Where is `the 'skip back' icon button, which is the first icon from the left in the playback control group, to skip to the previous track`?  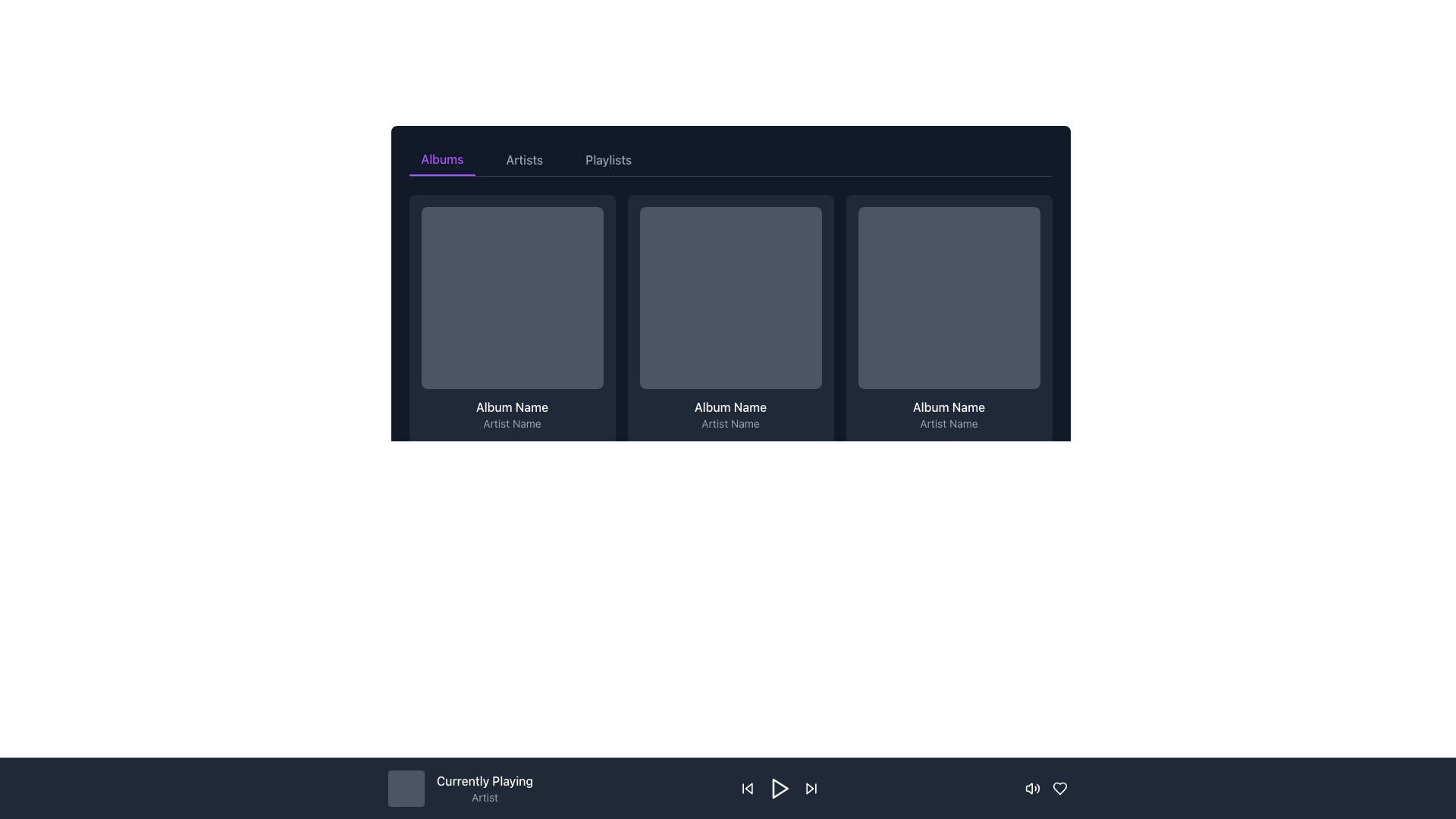 the 'skip back' icon button, which is the first icon from the left in the playback control group, to skip to the previous track is located at coordinates (747, 788).